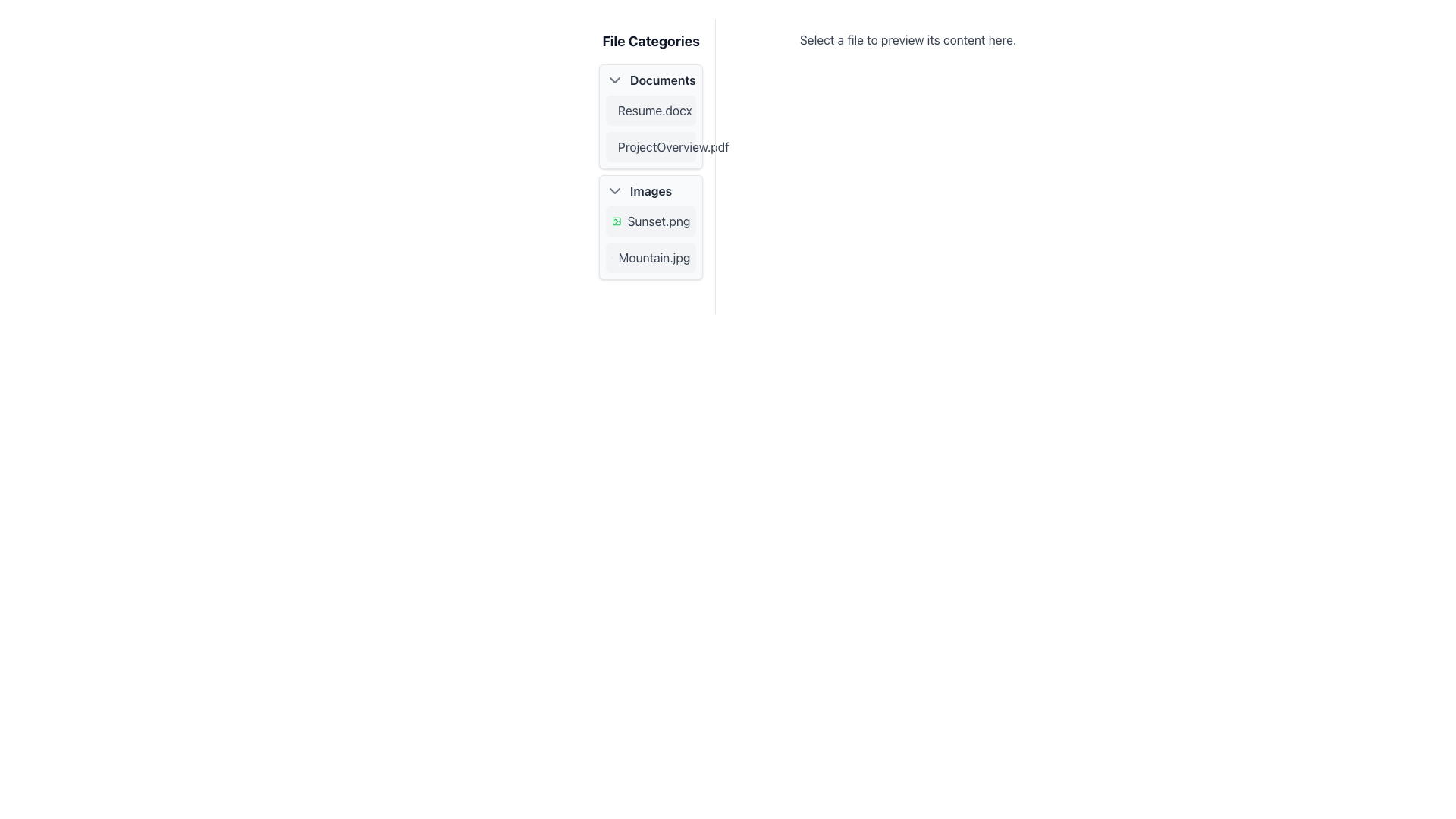  Describe the element at coordinates (651, 80) in the screenshot. I see `the 'Documents' Collapsible Section Header` at that location.